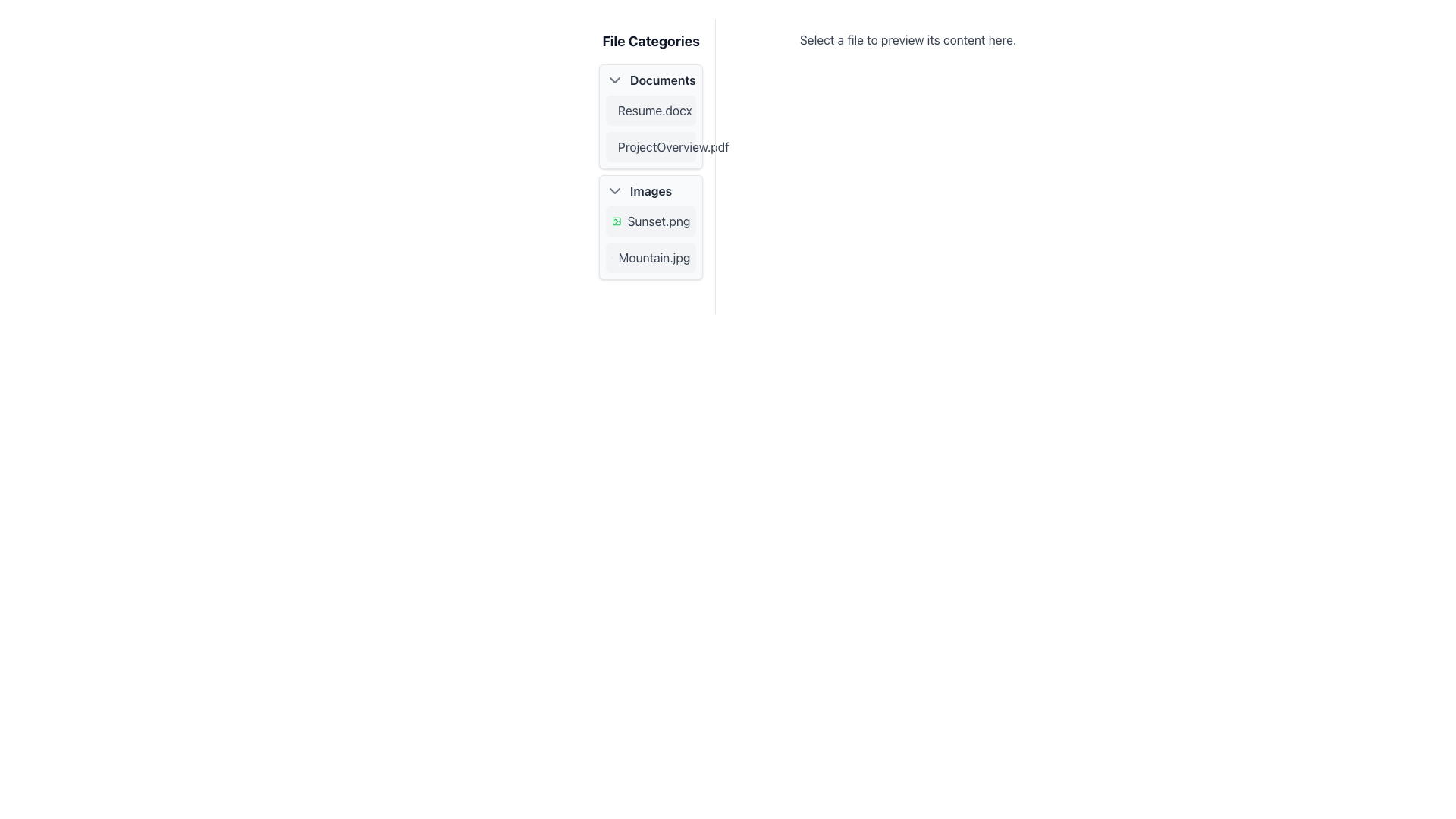  Describe the element at coordinates (651, 80) in the screenshot. I see `the 'Documents' Collapsible Section Header` at that location.